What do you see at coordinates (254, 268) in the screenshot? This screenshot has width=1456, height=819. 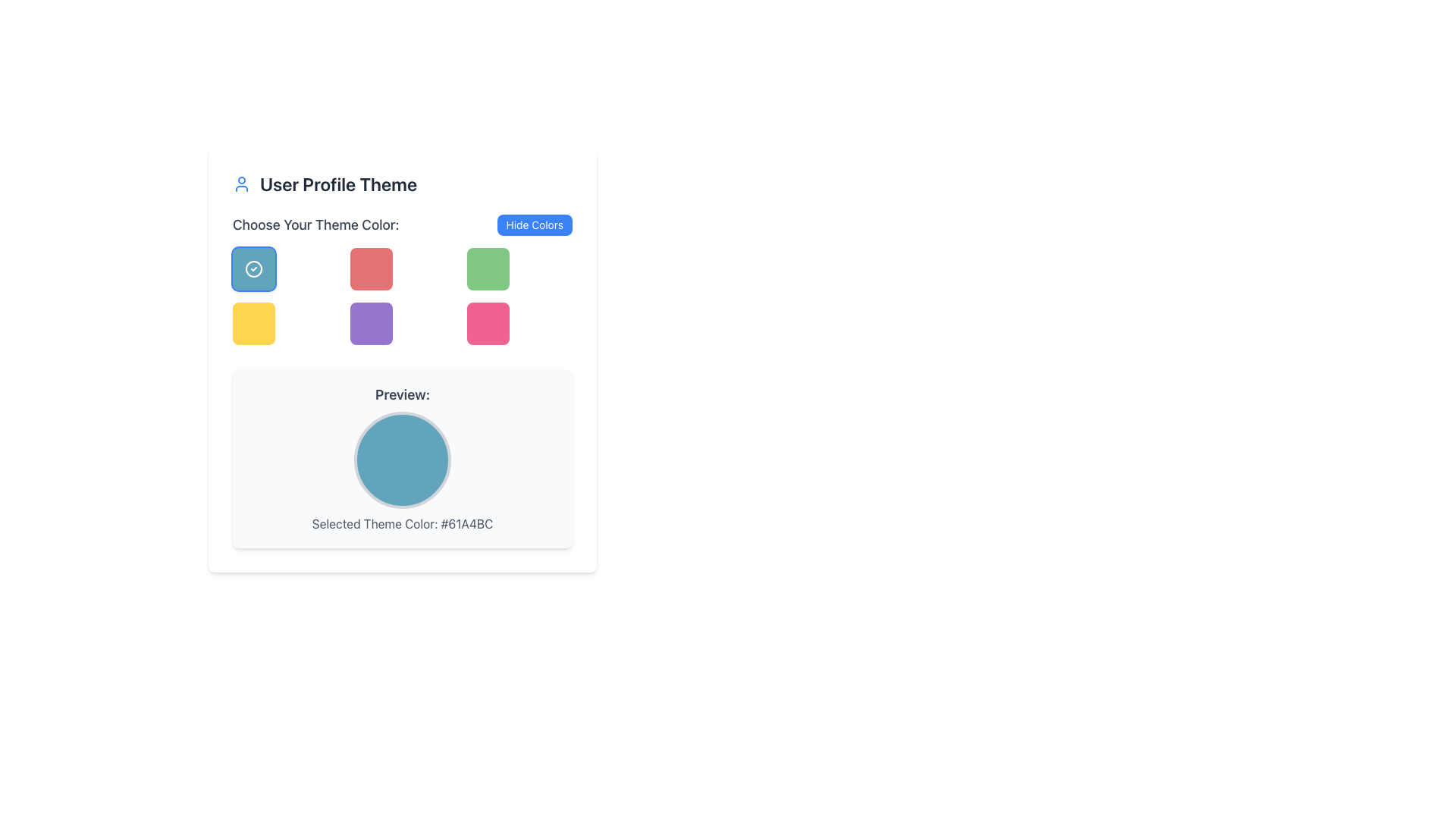 I see `the circle icon with a checkmark in the center, which is located on the left side of the theme color selection area, inside a blue button` at bounding box center [254, 268].